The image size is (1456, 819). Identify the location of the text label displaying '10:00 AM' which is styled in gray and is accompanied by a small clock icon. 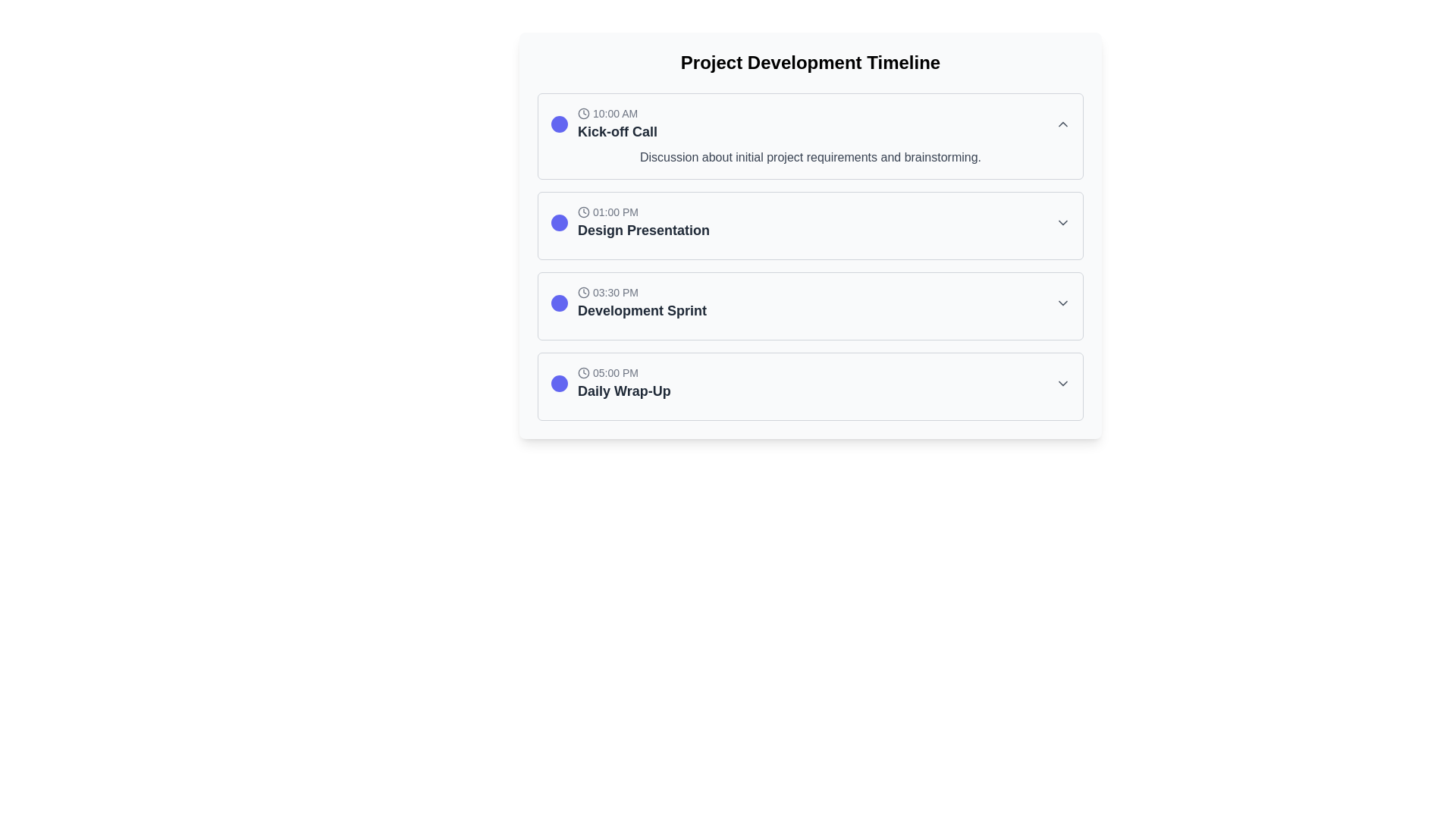
(617, 113).